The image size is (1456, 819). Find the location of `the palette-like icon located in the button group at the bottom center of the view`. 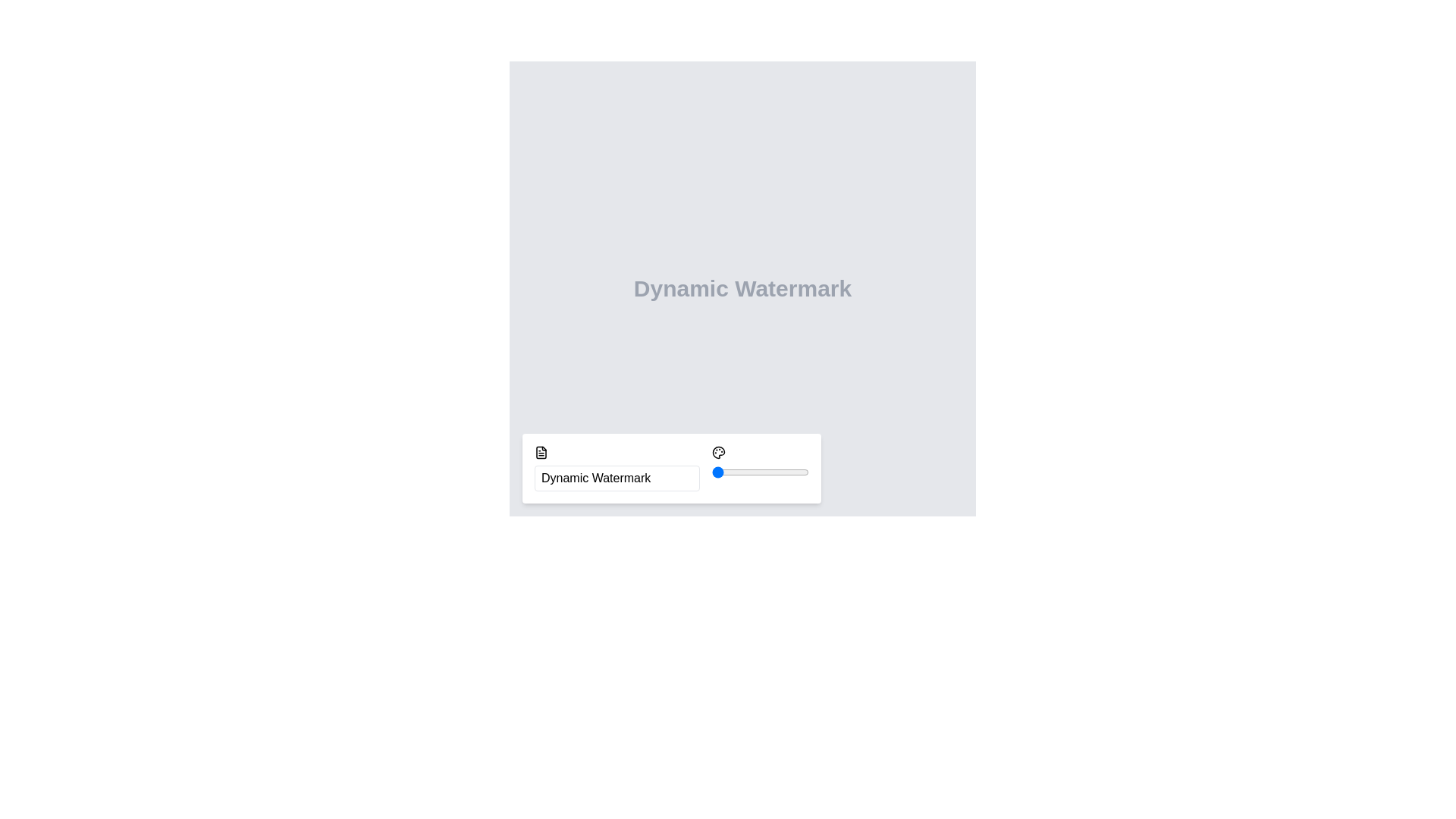

the palette-like icon located in the button group at the bottom center of the view is located at coordinates (718, 452).